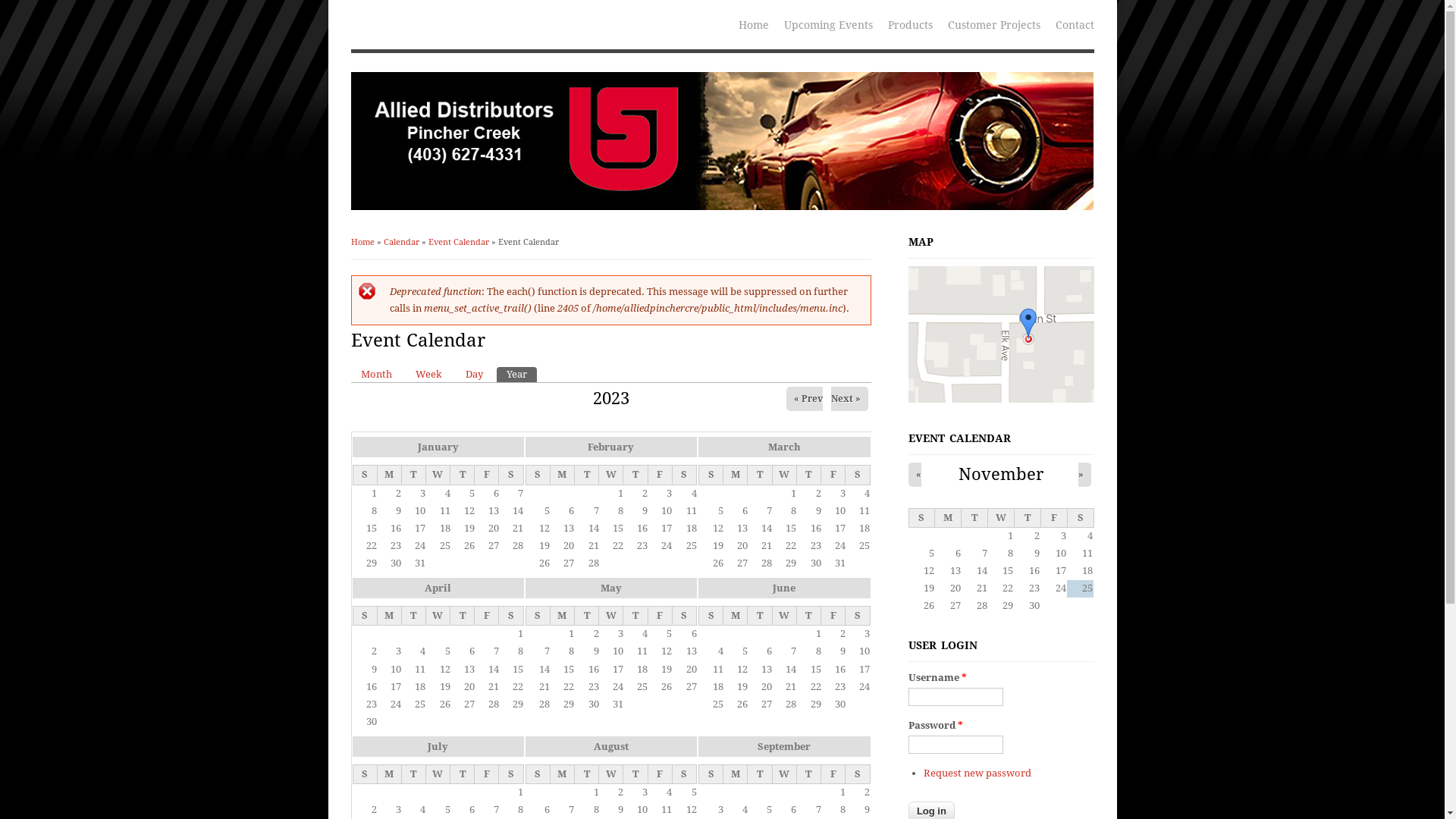 Image resolution: width=1456 pixels, height=819 pixels. What do you see at coordinates (1001, 472) in the screenshot?
I see `'November'` at bounding box center [1001, 472].